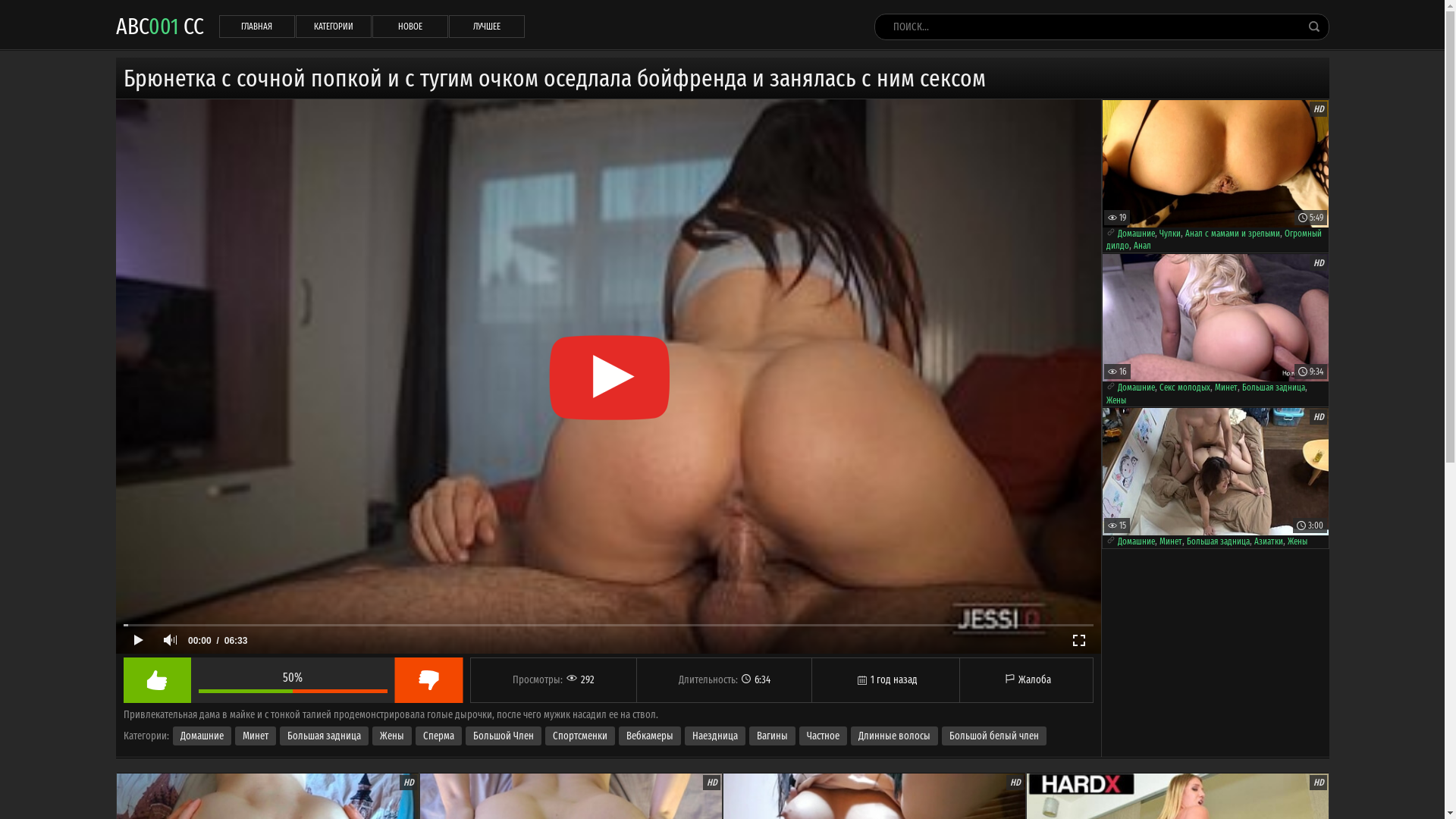 The image size is (1456, 819). Describe the element at coordinates (1103, 470) in the screenshot. I see `'HD` at that location.